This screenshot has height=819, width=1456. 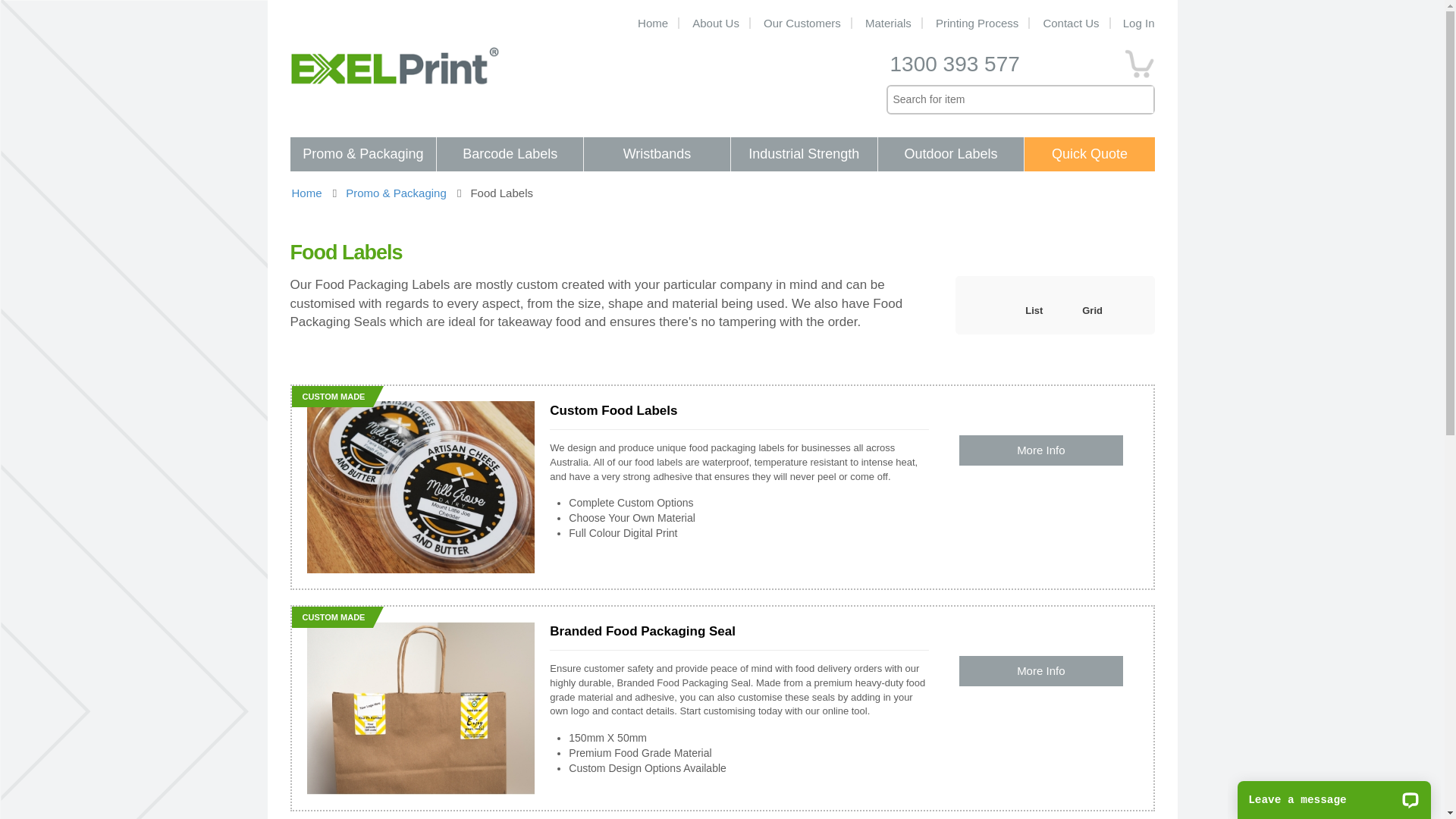 What do you see at coordinates (977, 23) in the screenshot?
I see `'Printing Process'` at bounding box center [977, 23].